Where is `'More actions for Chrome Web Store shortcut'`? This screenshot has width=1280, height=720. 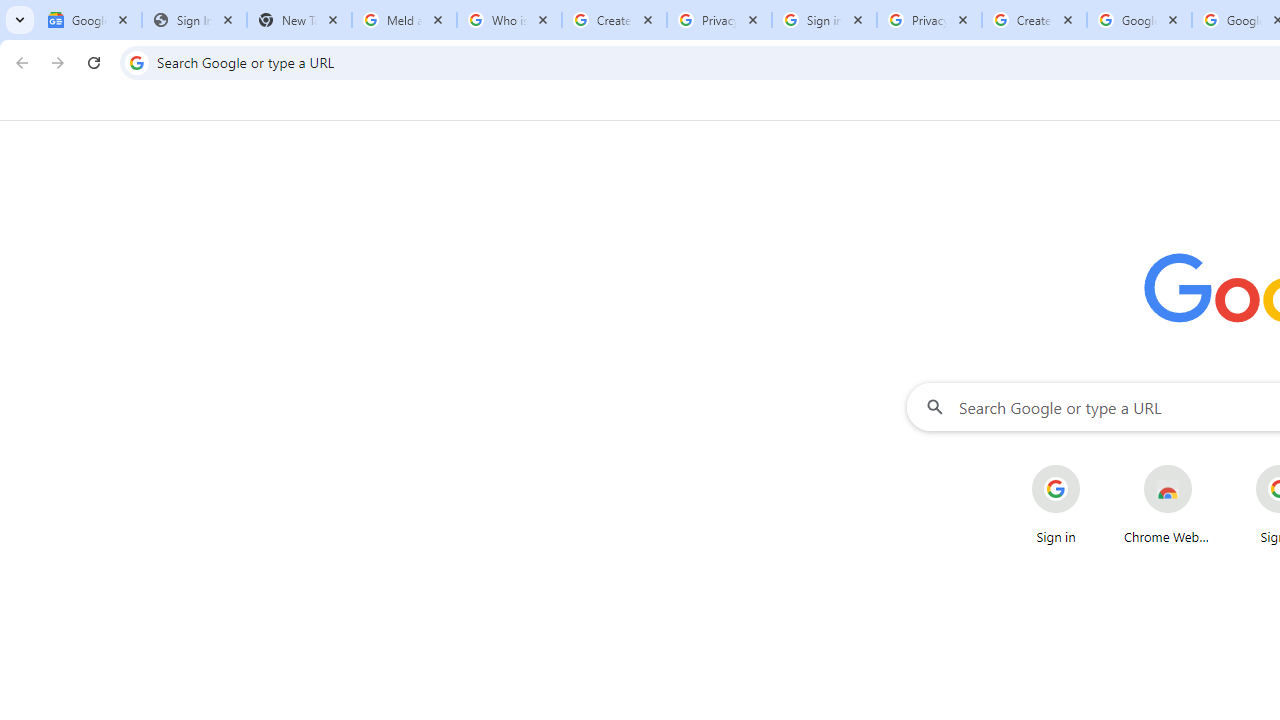 'More actions for Chrome Web Store shortcut' is located at coordinates (1207, 466).